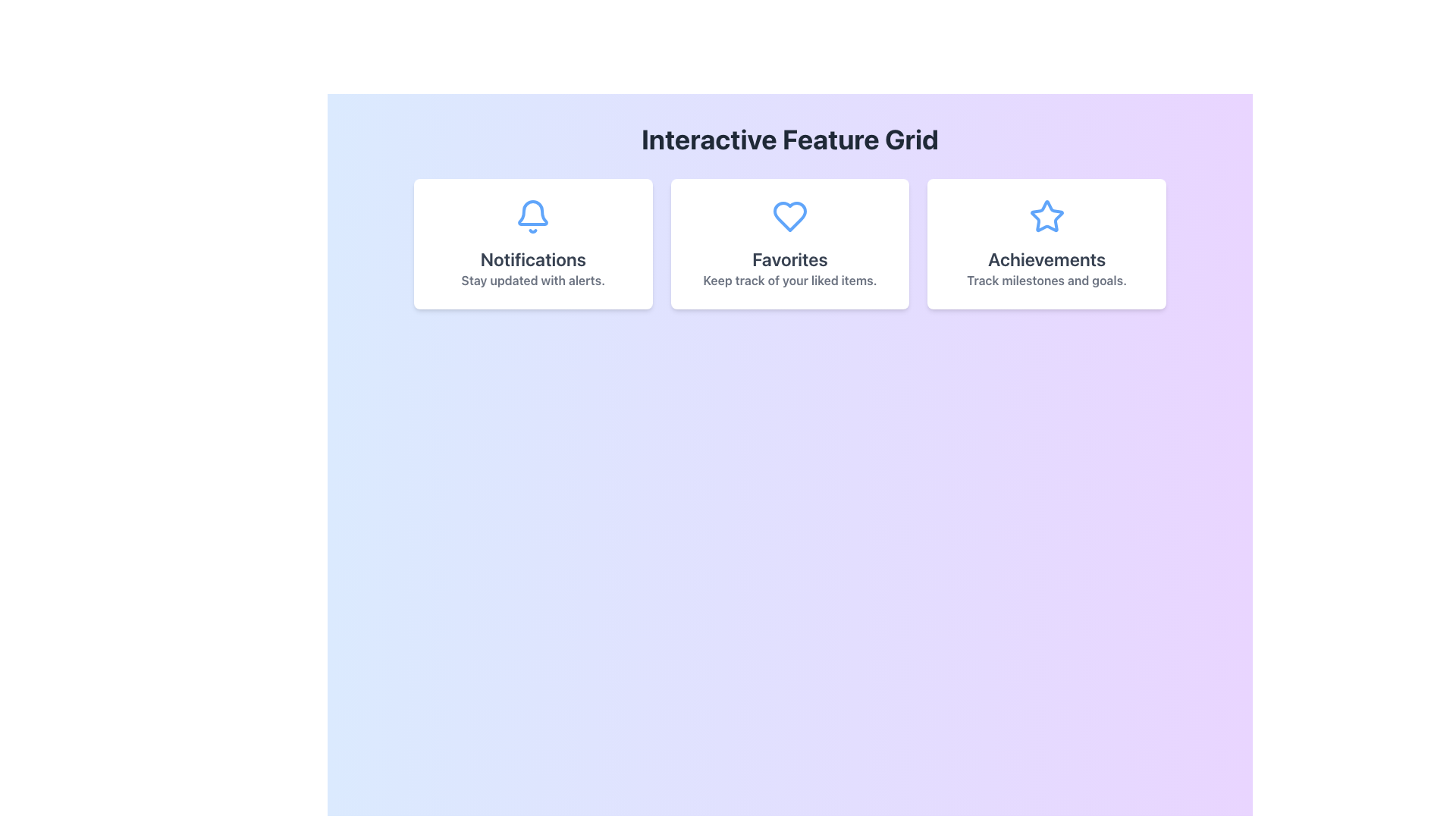 The image size is (1456, 819). I want to click on the text element that reads 'Stay updated with alerts.', which is styled in subdued gray and located directly below the 'Notifications' heading, so click(533, 281).